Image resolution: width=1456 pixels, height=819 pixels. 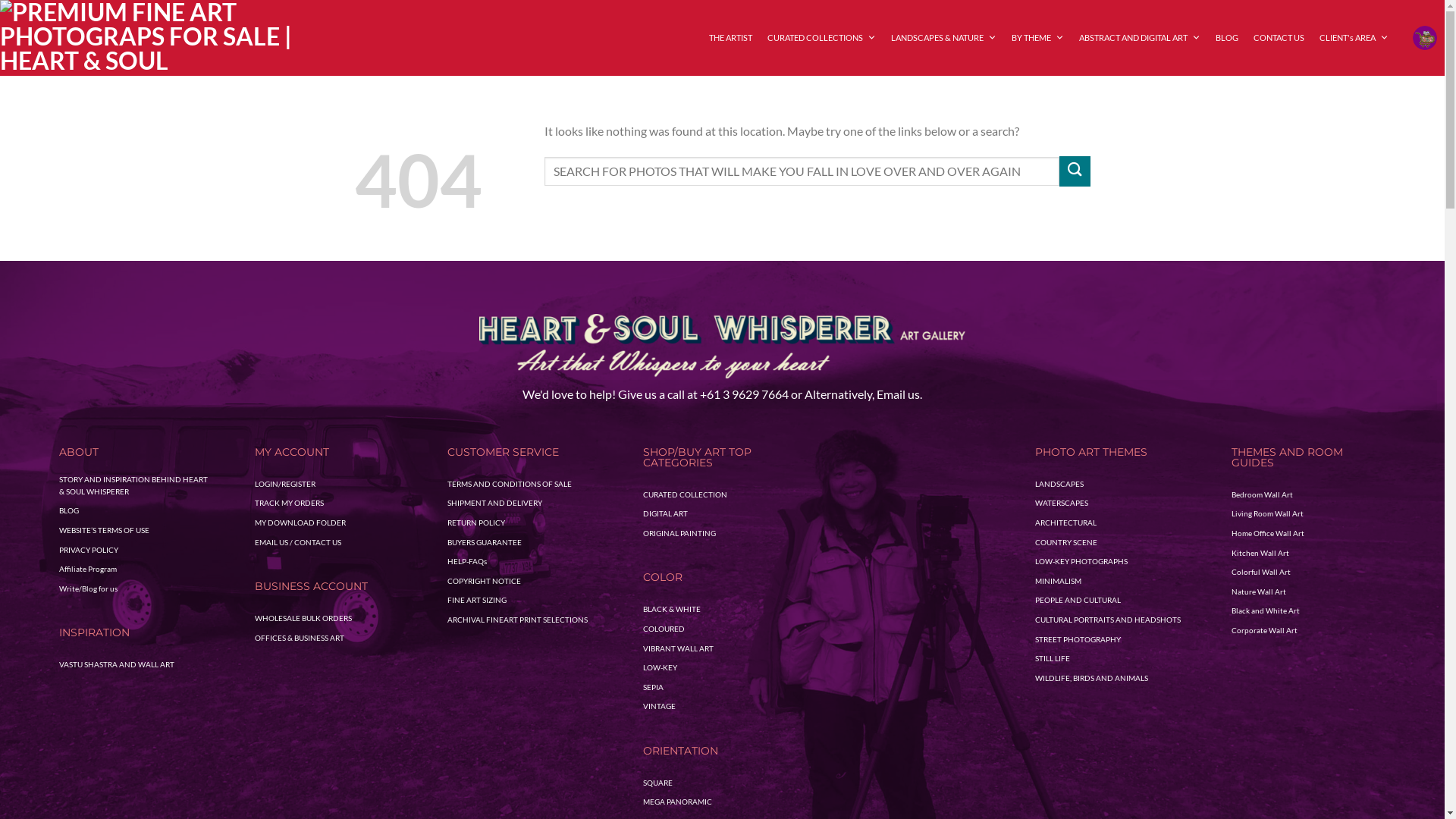 What do you see at coordinates (87, 550) in the screenshot?
I see `'PRIVACY POLICY'` at bounding box center [87, 550].